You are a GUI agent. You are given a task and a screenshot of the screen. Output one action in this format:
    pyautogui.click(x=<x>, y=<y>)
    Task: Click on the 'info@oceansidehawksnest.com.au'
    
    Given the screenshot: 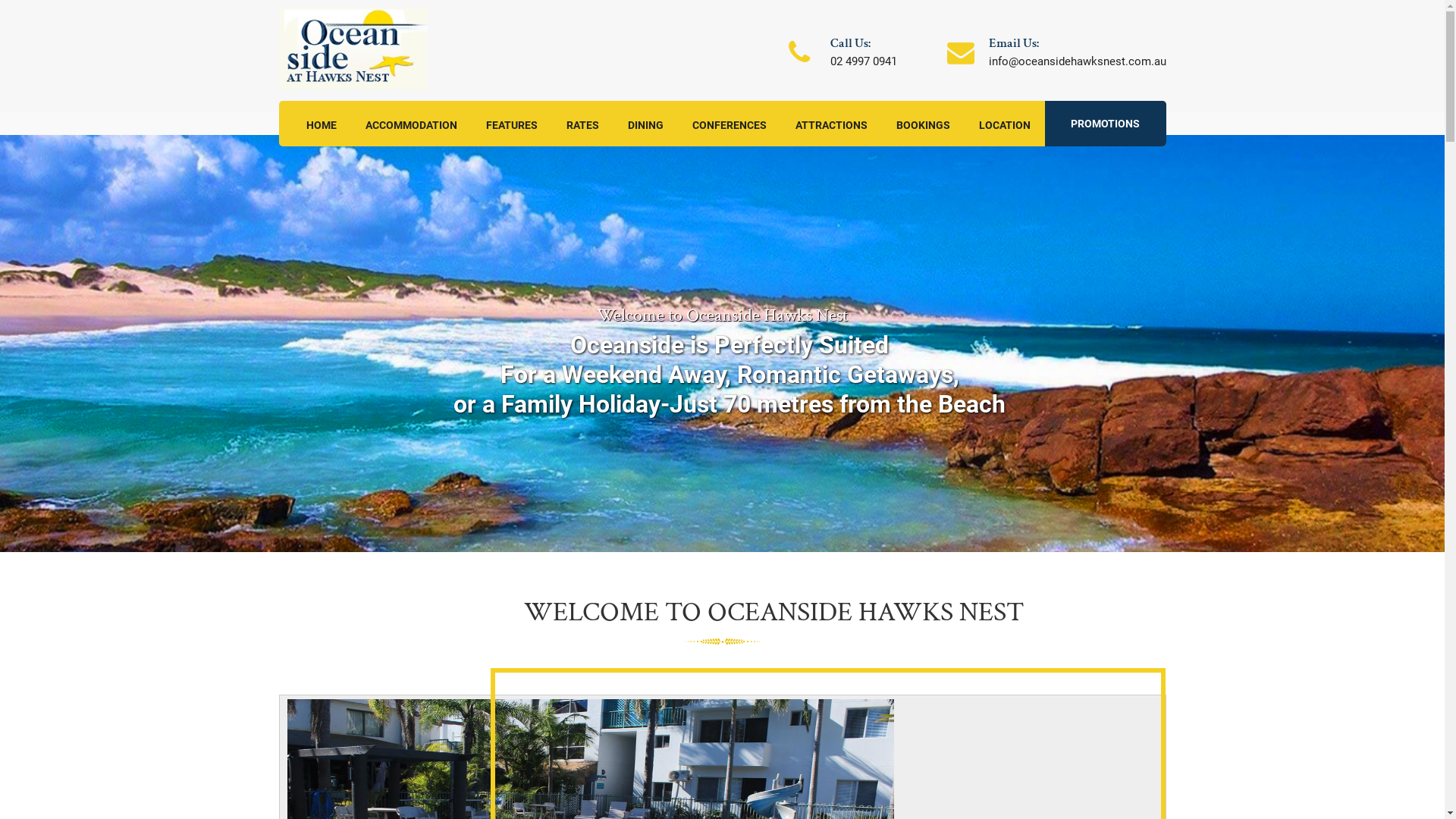 What is the action you would take?
    pyautogui.click(x=989, y=61)
    